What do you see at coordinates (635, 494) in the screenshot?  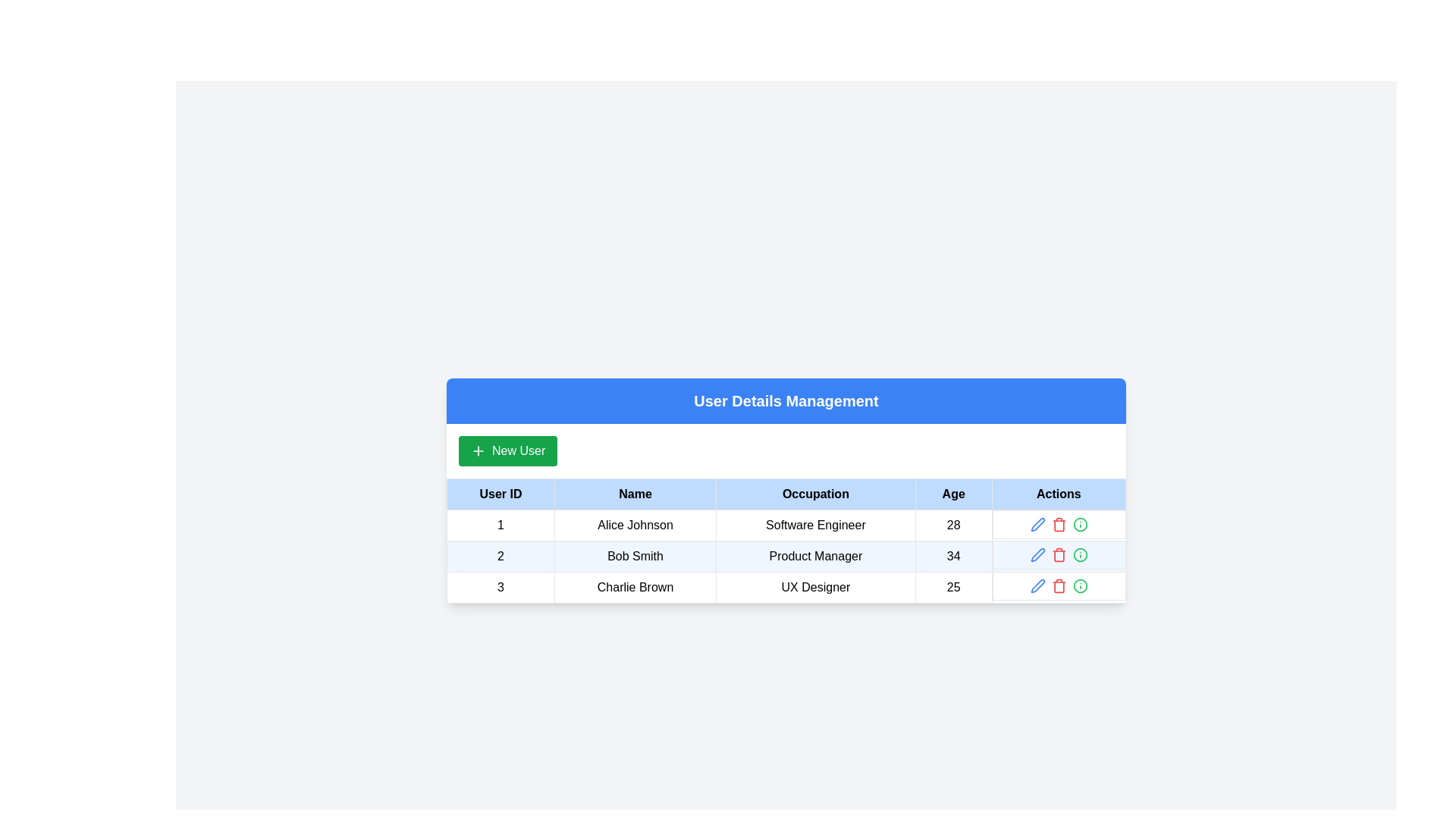 I see `the static table header cell labeled 'Name', which is the second column in the header row of the table` at bounding box center [635, 494].